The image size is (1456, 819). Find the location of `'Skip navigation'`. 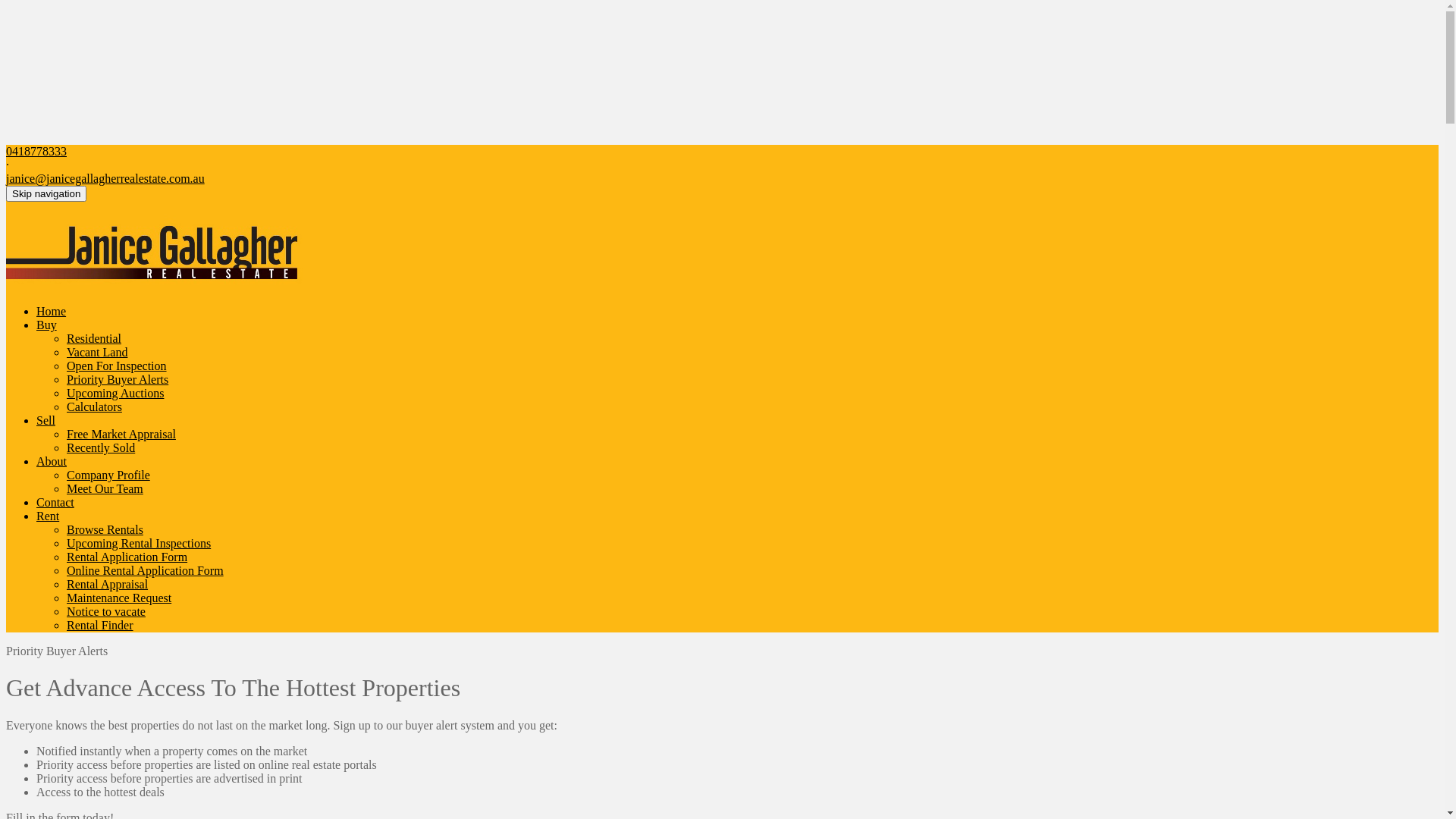

'Skip navigation' is located at coordinates (6, 193).